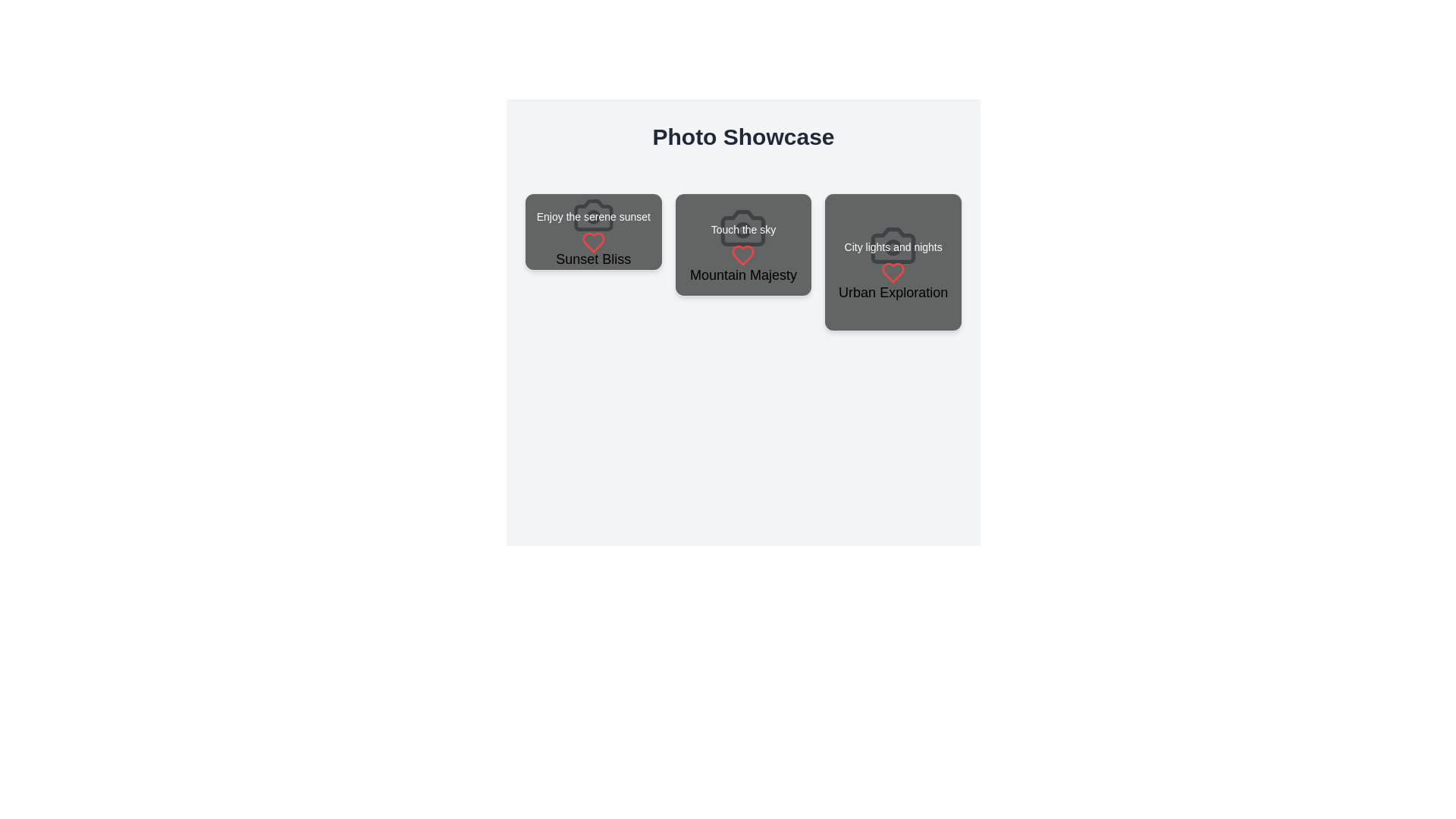 The image size is (1456, 819). Describe the element at coordinates (893, 246) in the screenshot. I see `the circular decorative SVG element that represents the lens of the camera icon in the 'Urban Exploration' section, specifically under 'City lights and nights'` at that location.